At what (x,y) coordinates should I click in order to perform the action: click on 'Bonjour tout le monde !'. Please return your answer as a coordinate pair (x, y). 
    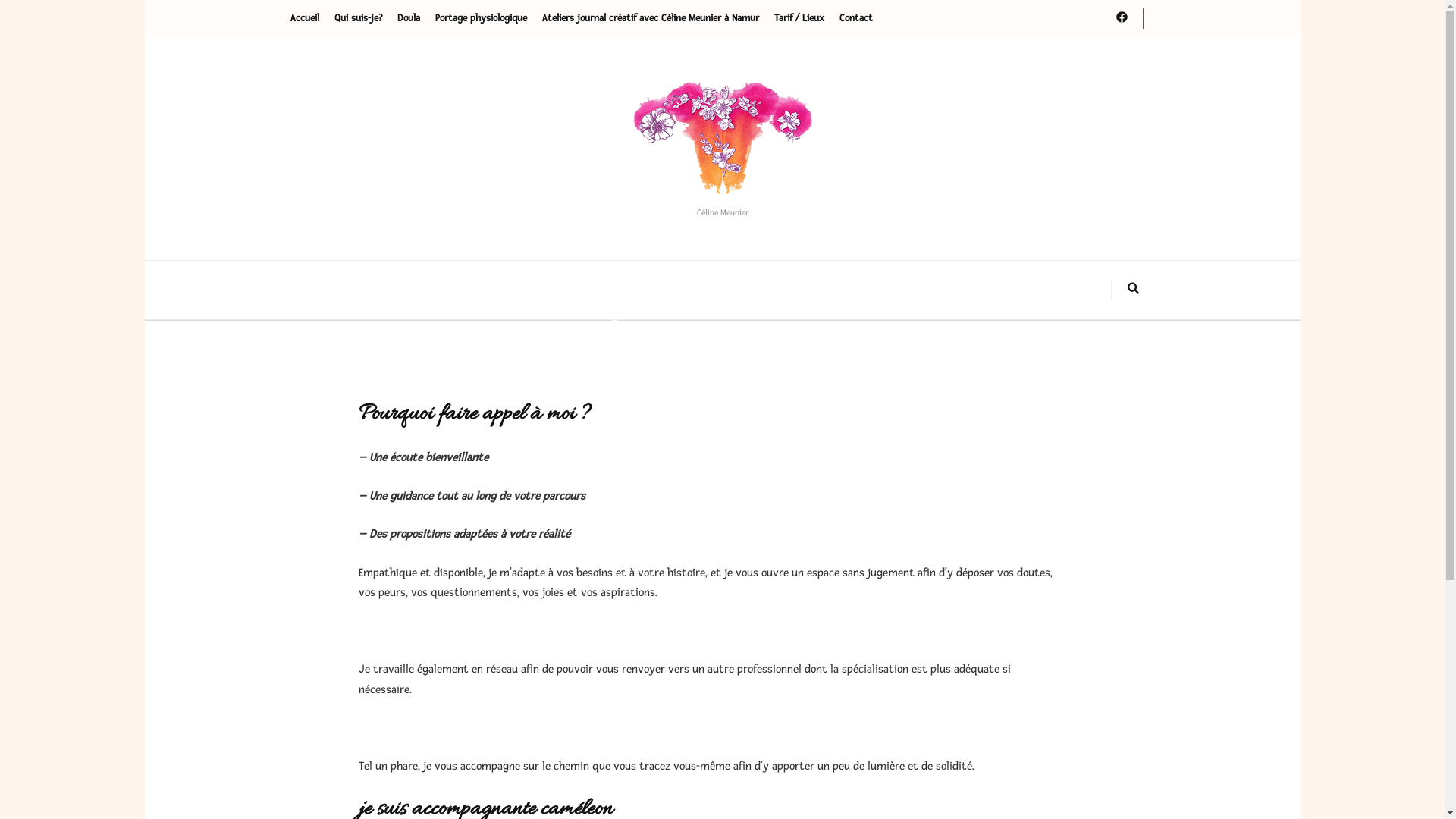
    Looking at the image, I should click on (721, 298).